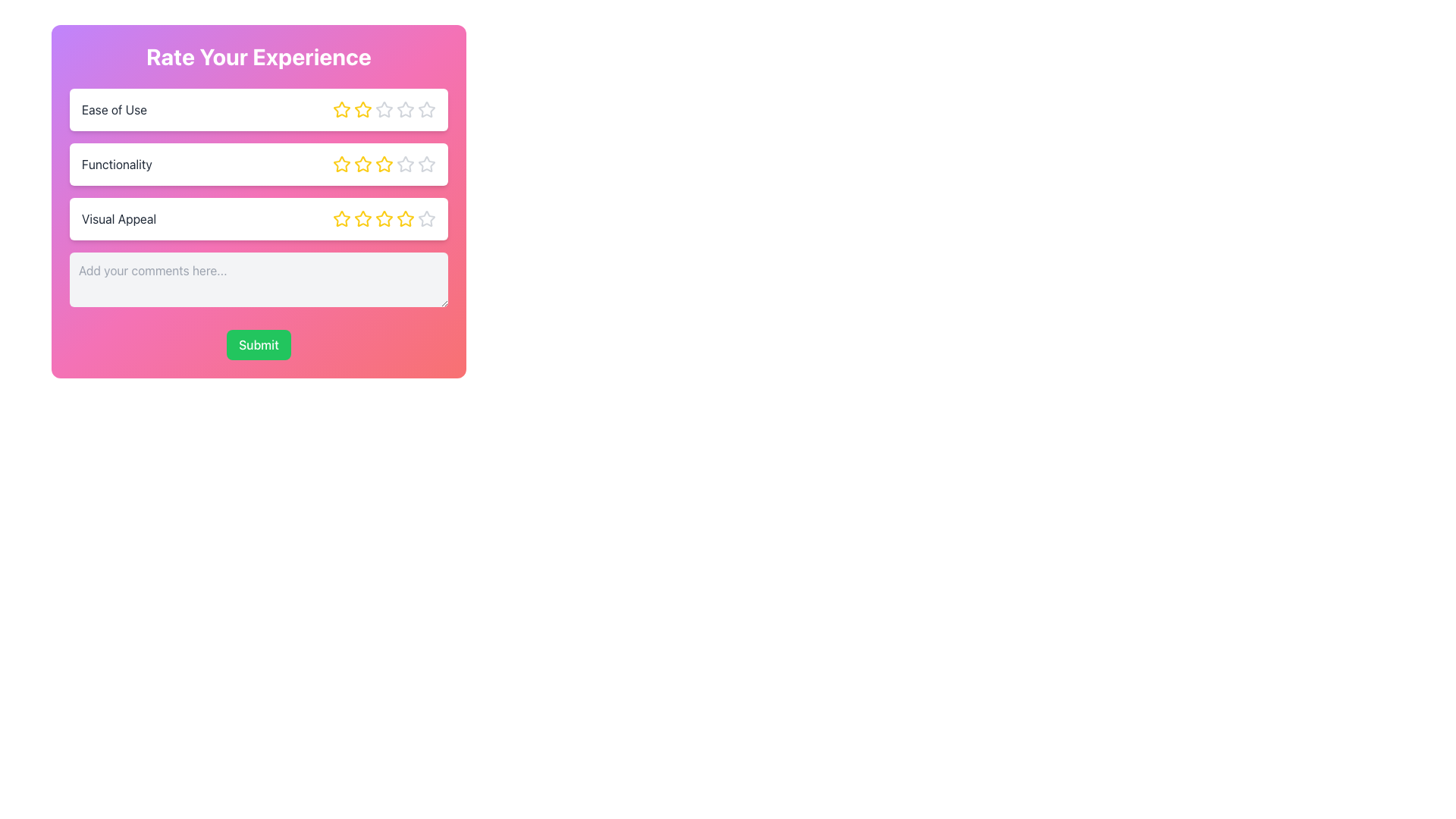 The image size is (1456, 819). What do you see at coordinates (405, 219) in the screenshot?
I see `the fourth yellow star icon in the 'Visual Appeal' rating section to rate it` at bounding box center [405, 219].